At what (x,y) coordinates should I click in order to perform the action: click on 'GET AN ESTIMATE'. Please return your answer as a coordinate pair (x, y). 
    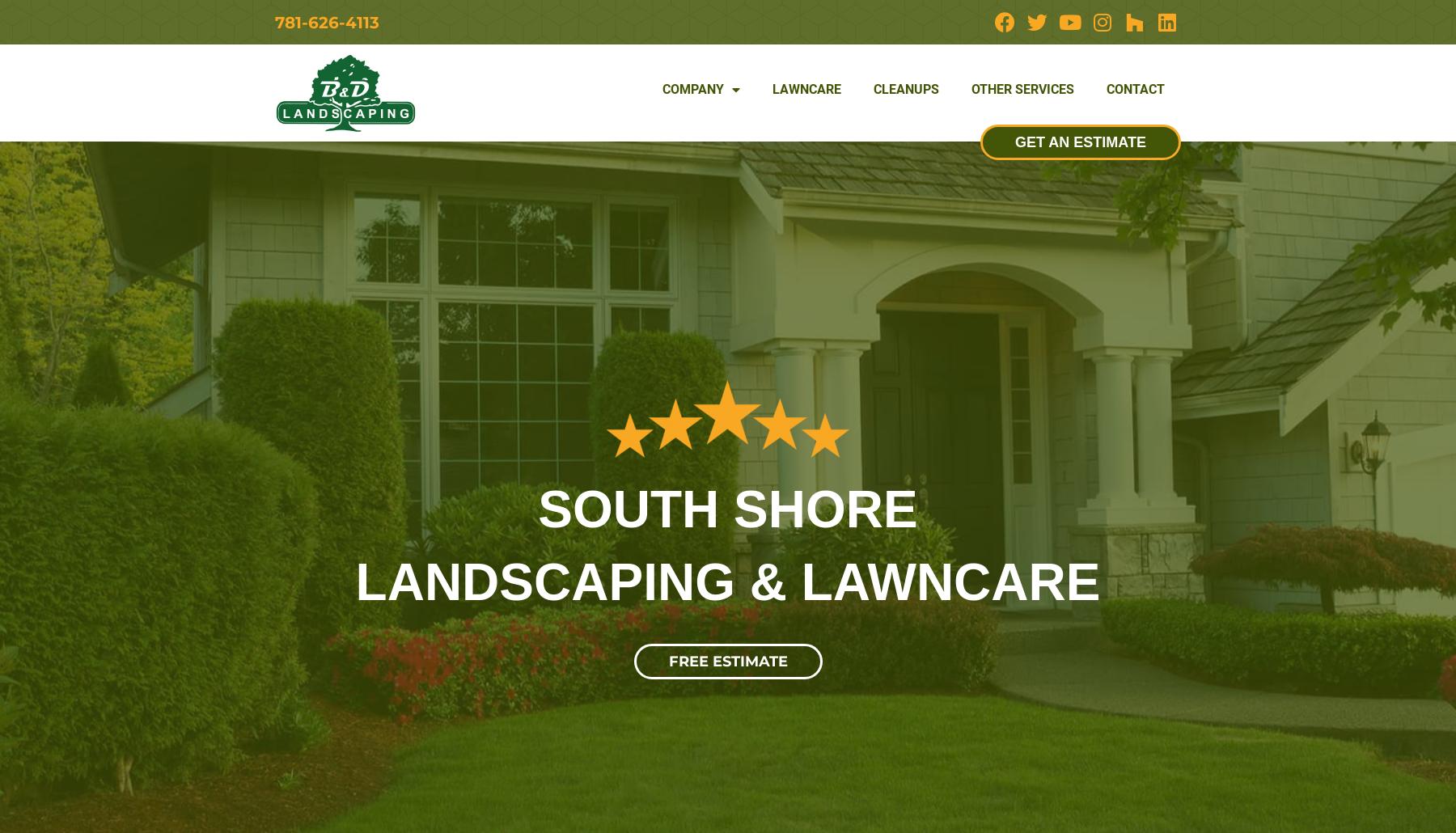
    Looking at the image, I should click on (1080, 141).